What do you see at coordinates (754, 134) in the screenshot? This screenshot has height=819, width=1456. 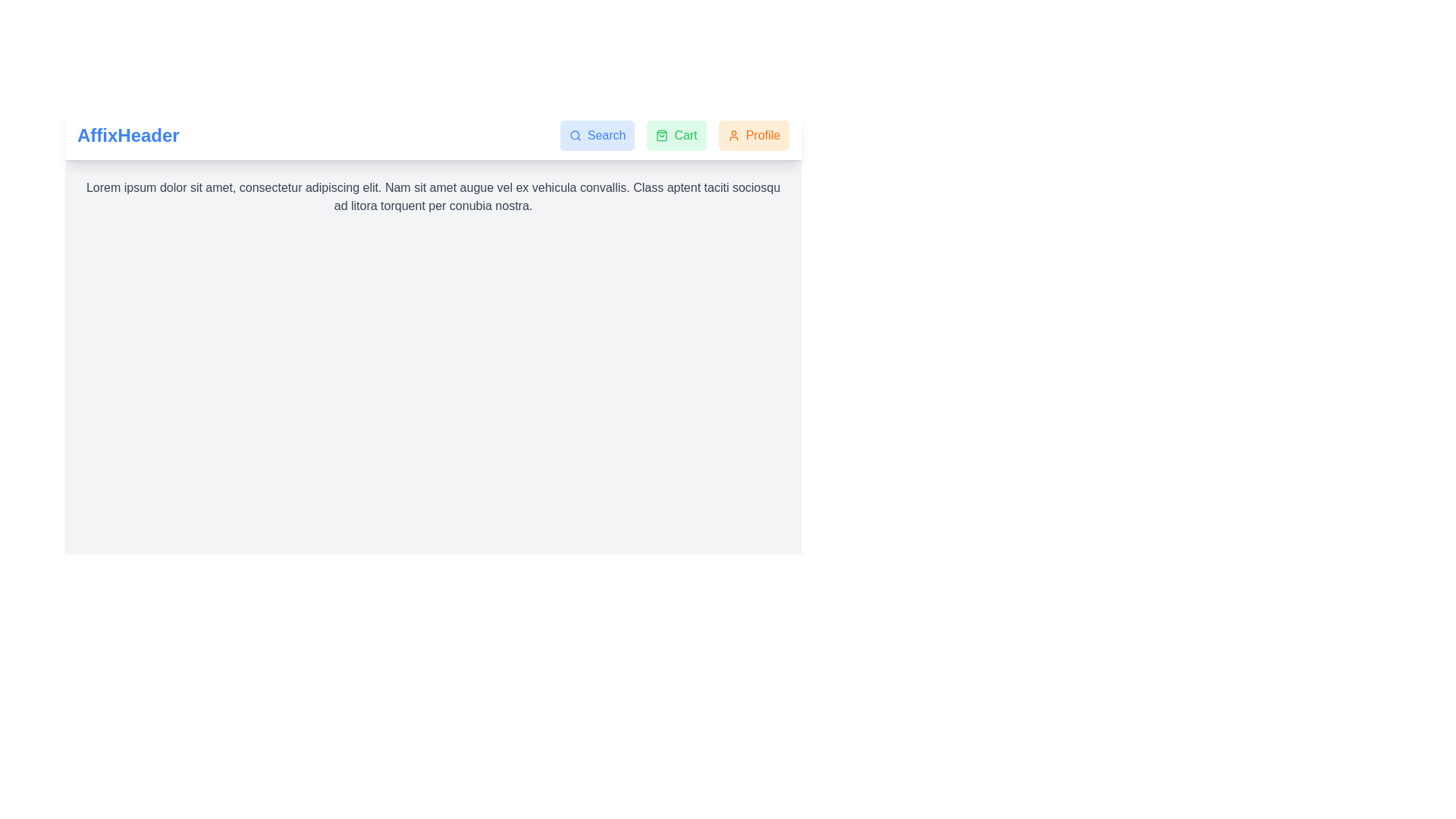 I see `the profile button located in the header section, which is the rightmost button in a sequence of interactive options` at bounding box center [754, 134].